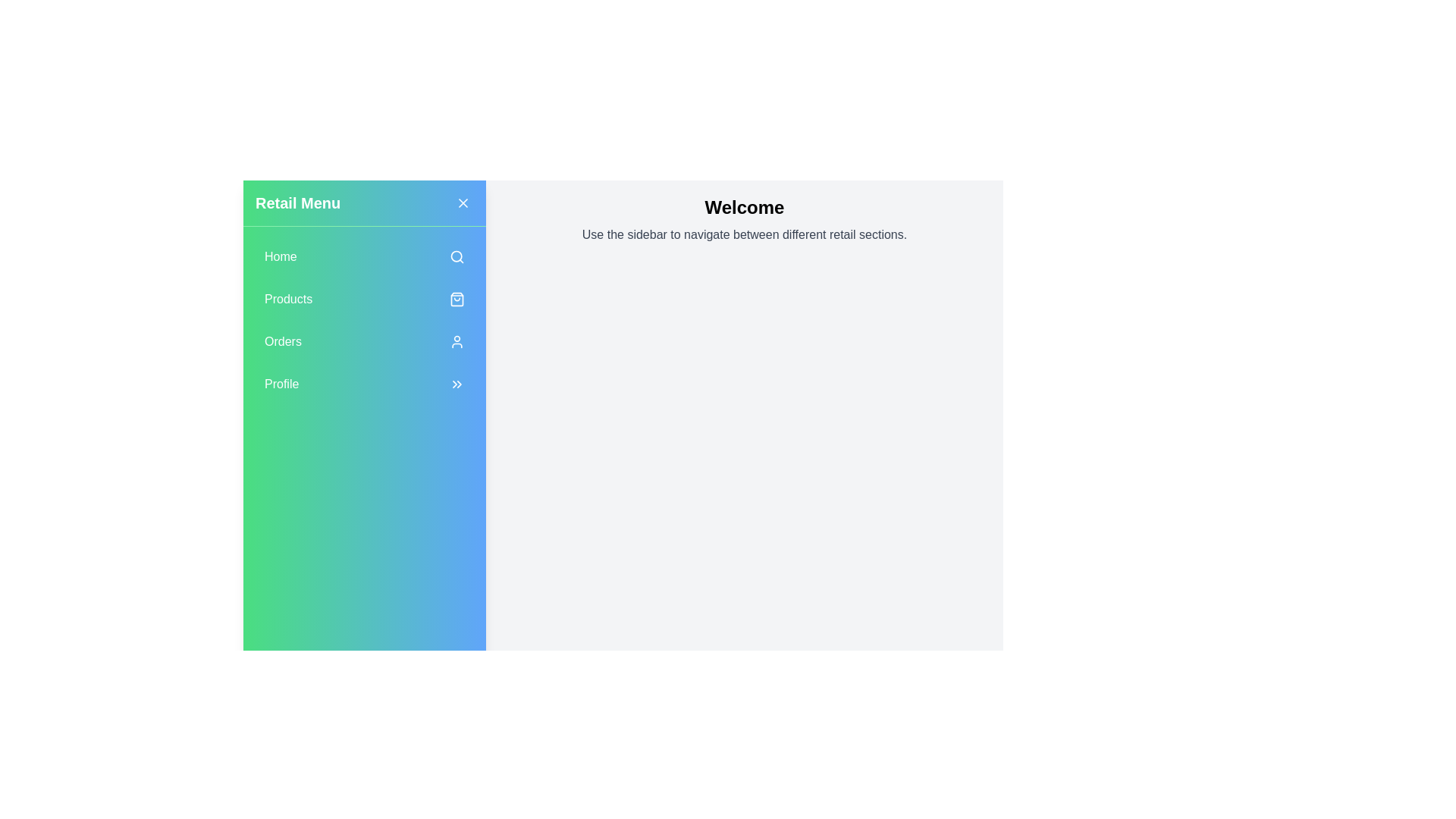  Describe the element at coordinates (364, 383) in the screenshot. I see `the fourth button in the vertical sidebar navigation menu, located below the 'Orders' button` at that location.